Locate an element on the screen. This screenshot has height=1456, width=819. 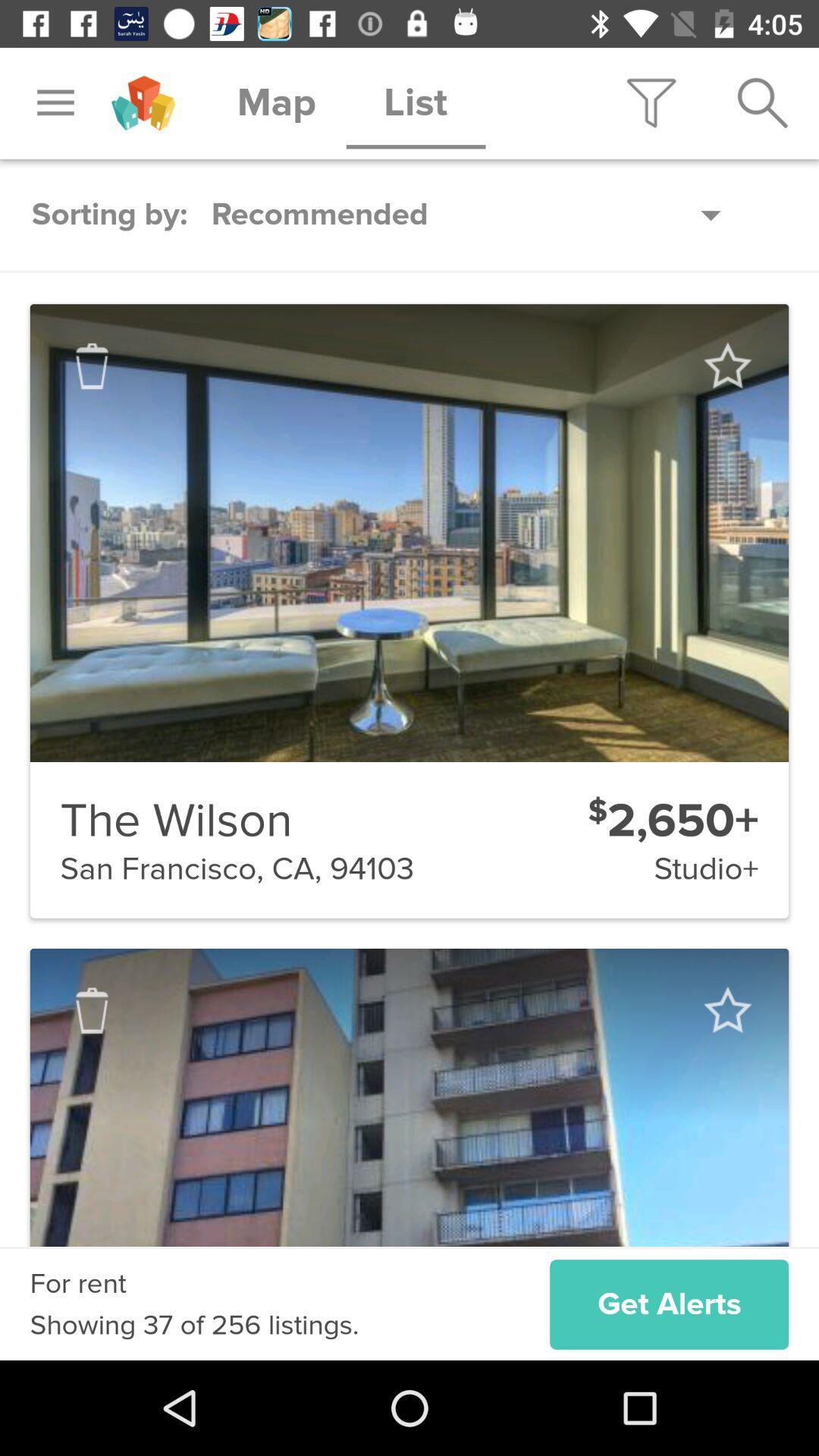
this listing is located at coordinates (726, 1010).